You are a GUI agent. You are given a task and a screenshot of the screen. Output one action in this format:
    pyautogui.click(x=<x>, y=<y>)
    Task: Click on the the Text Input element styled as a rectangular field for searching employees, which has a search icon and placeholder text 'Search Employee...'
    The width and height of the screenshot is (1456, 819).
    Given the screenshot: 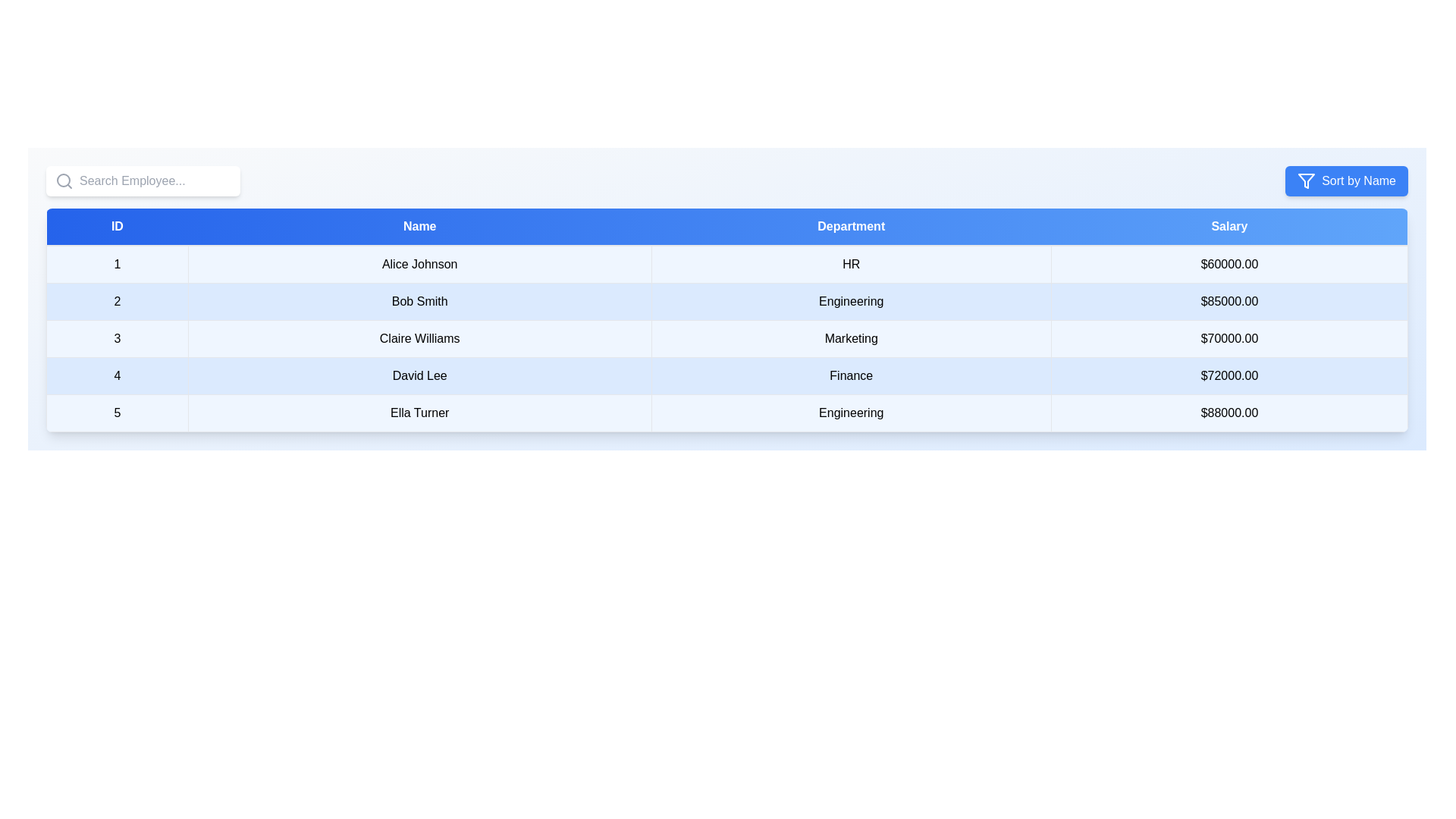 What is the action you would take?
    pyautogui.click(x=143, y=180)
    